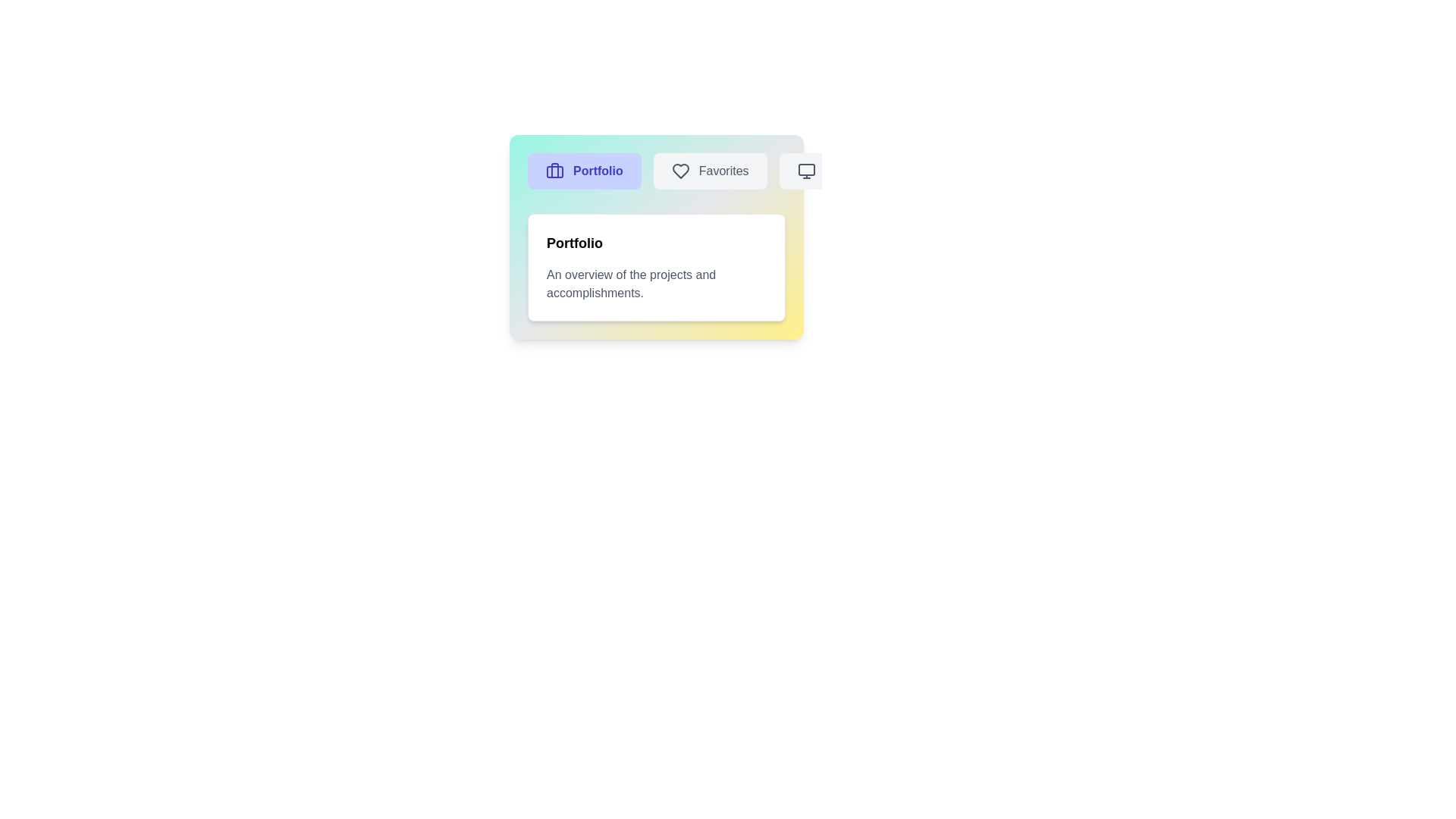 Image resolution: width=1456 pixels, height=819 pixels. I want to click on the Activity tab, so click(829, 171).